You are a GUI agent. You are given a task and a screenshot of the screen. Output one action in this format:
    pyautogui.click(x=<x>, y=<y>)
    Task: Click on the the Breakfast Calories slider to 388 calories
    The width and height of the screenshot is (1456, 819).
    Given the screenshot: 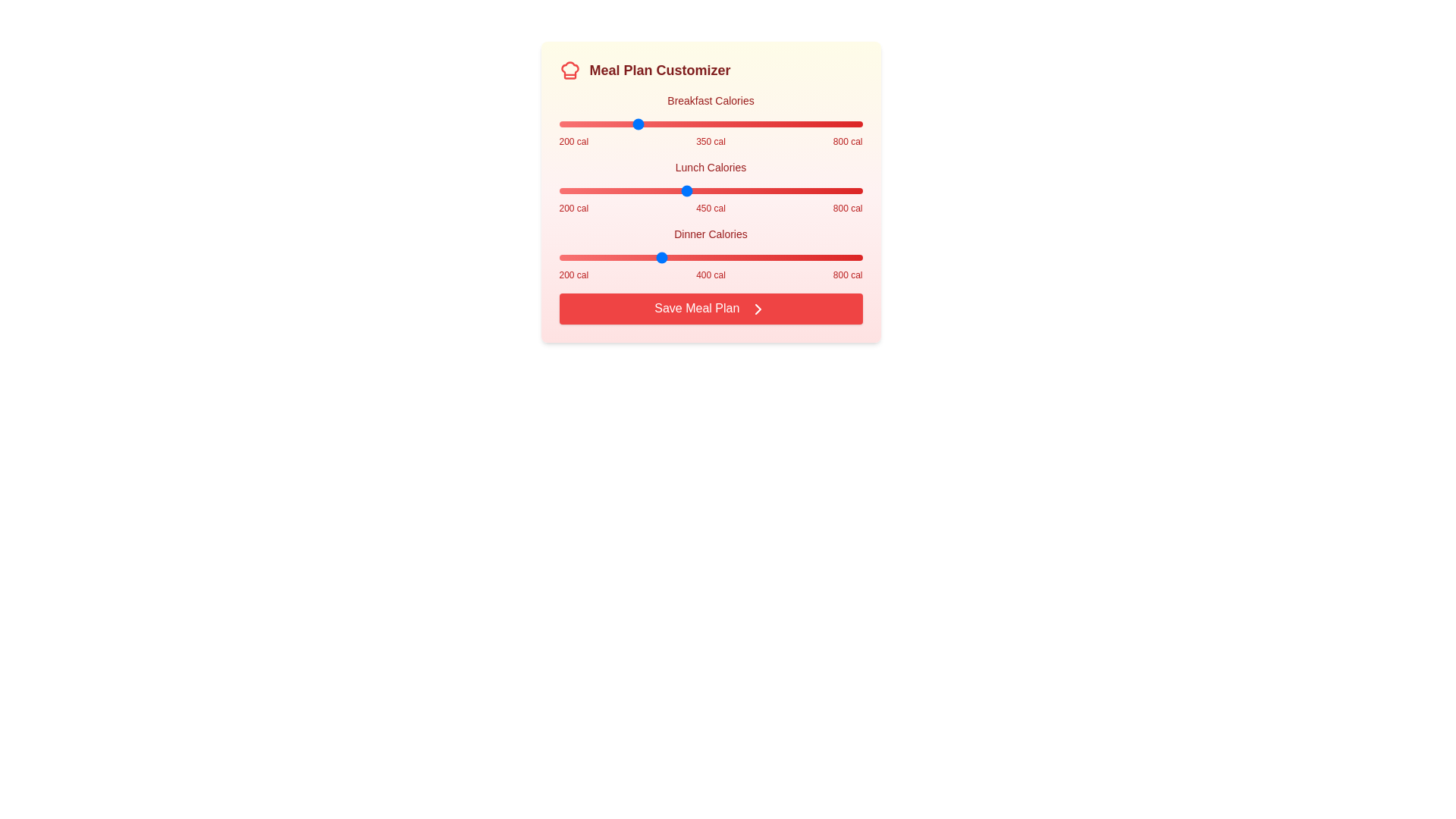 What is the action you would take?
    pyautogui.click(x=654, y=124)
    